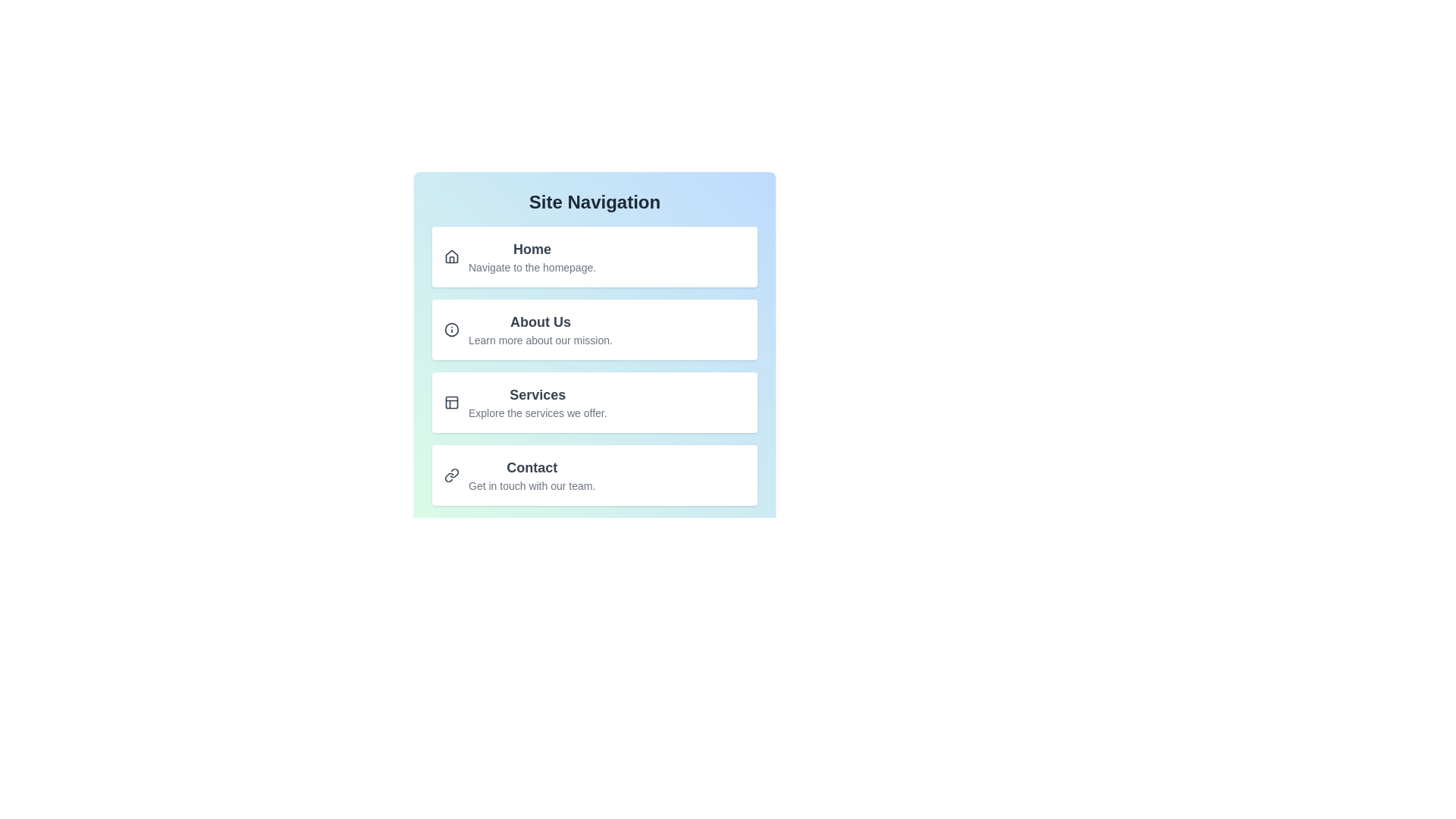 This screenshot has width=1456, height=819. What do you see at coordinates (532, 256) in the screenshot?
I see `the navigation link text that directs the user to the homepage, positioned first in the vertical list of options under 'Site Navigation'` at bounding box center [532, 256].